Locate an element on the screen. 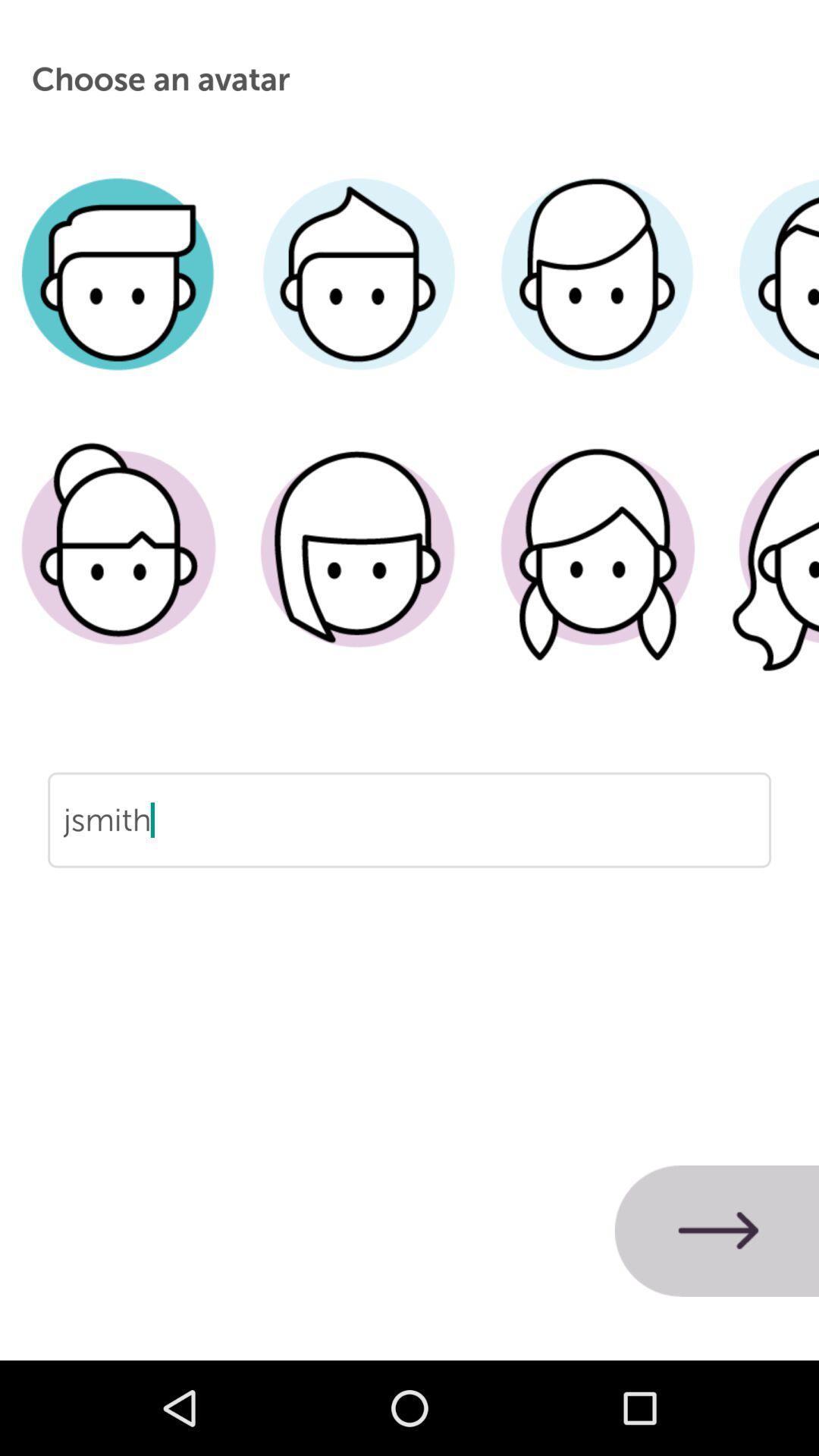 The width and height of the screenshot is (819, 1456). profile avator is located at coordinates (358, 570).